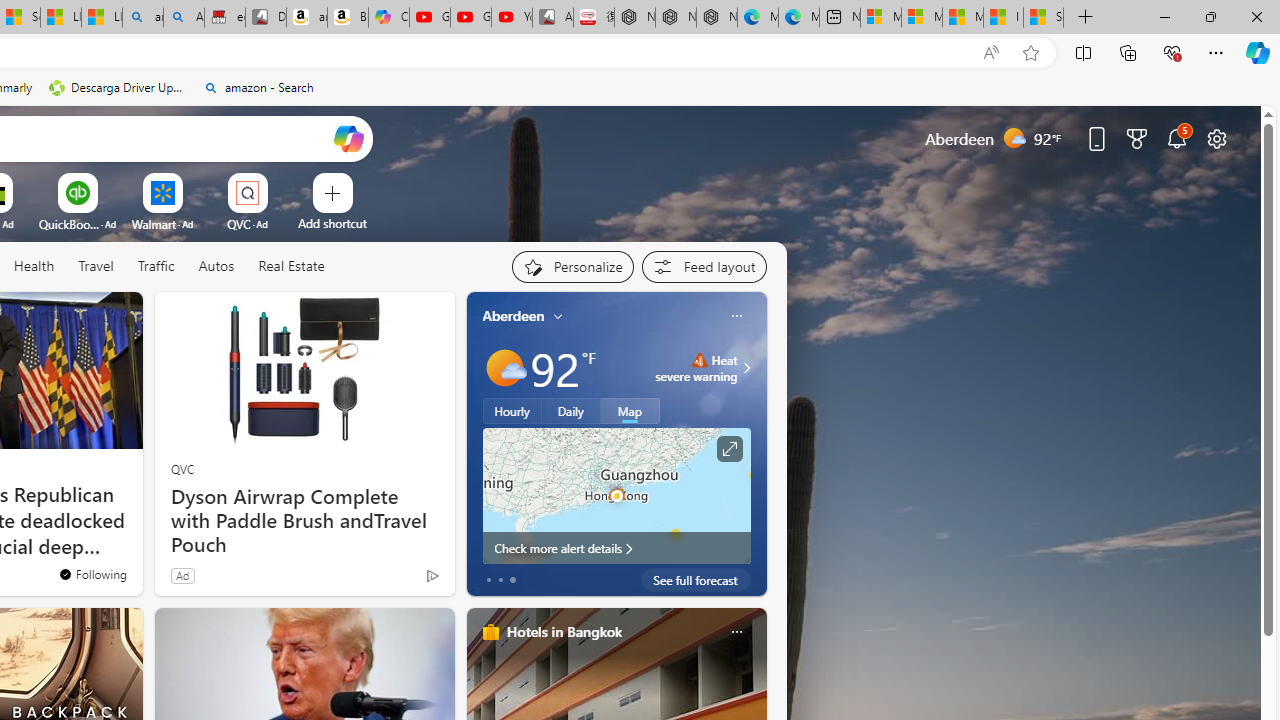 Image resolution: width=1280 pixels, height=720 pixels. I want to click on 'Feed settings', so click(704, 266).